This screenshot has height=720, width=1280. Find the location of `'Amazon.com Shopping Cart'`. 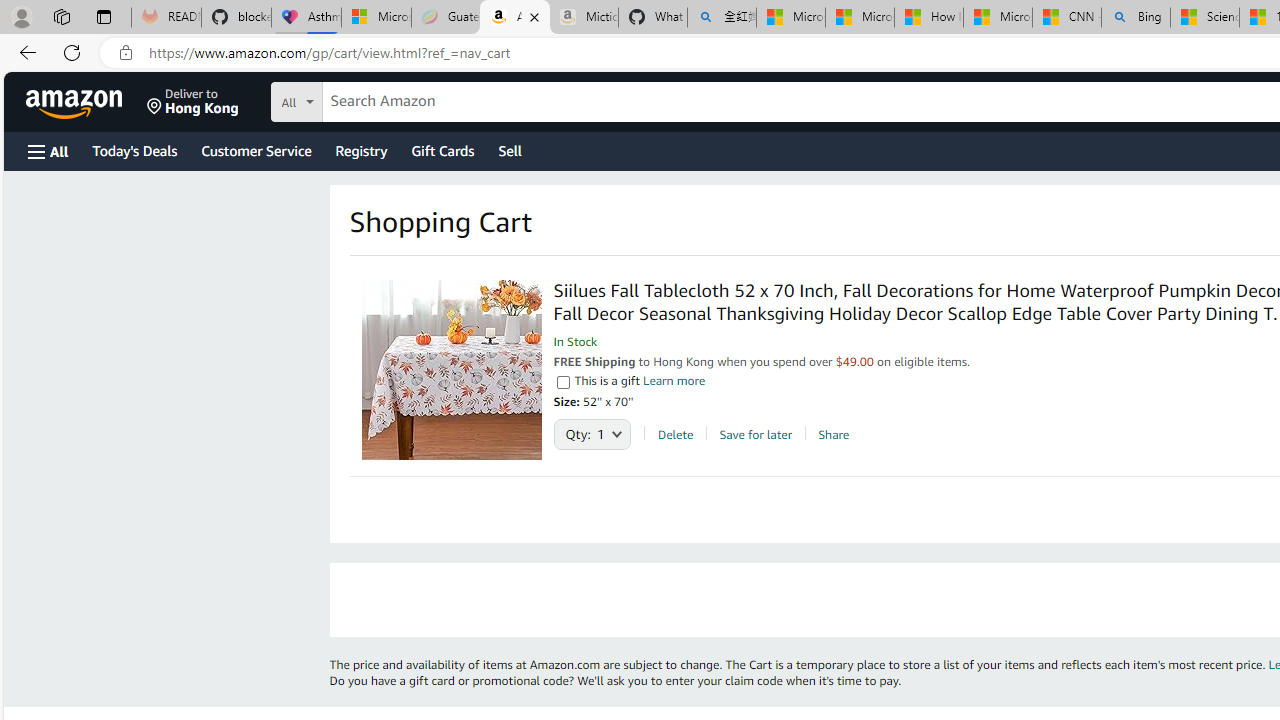

'Amazon.com Shopping Cart' is located at coordinates (515, 17).